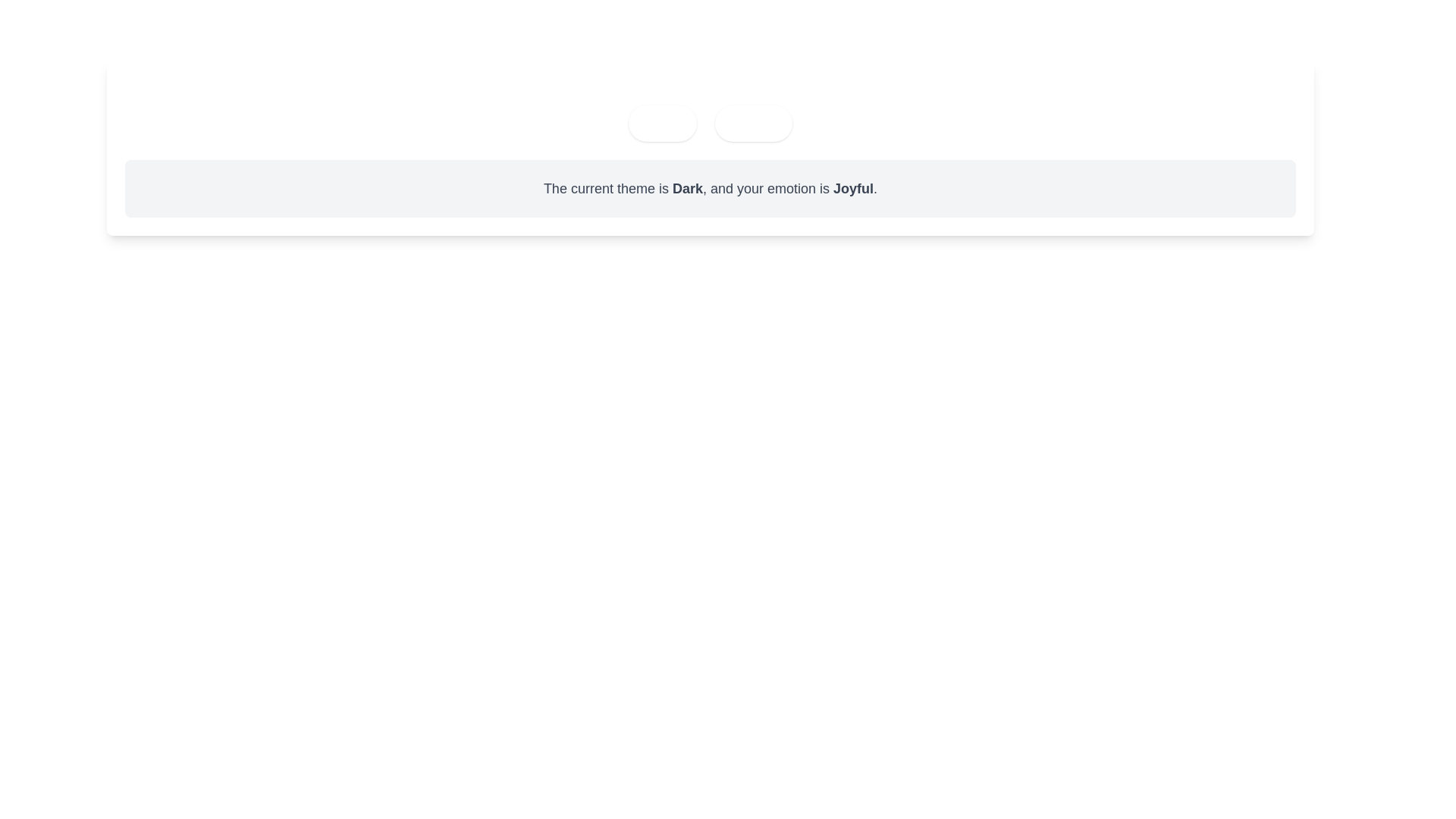  I want to click on the button group consisting of a blue 'Dark' button and a green 'Happy' button, so click(709, 122).